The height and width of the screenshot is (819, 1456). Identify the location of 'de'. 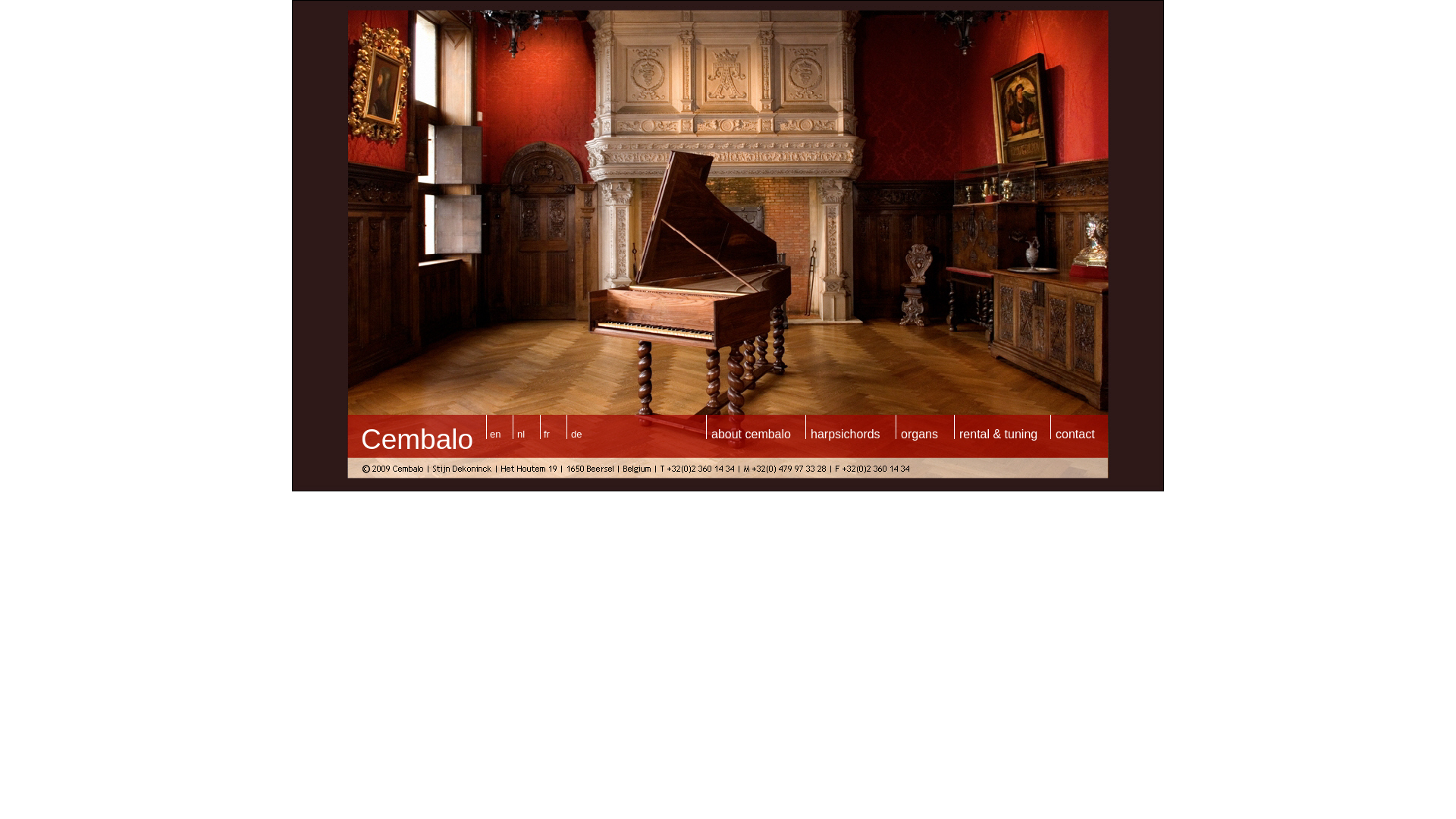
(575, 434).